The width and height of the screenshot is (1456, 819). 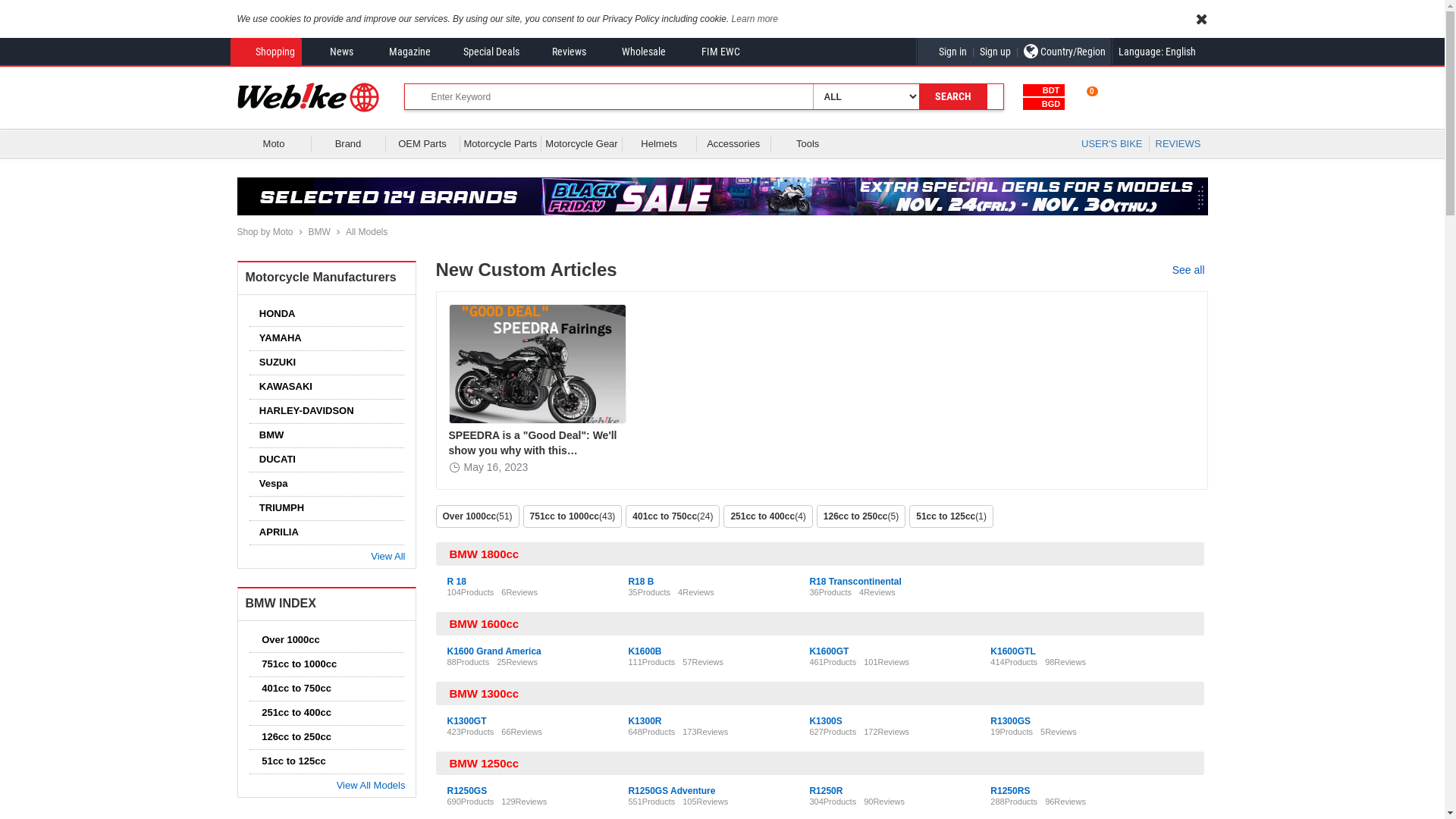 What do you see at coordinates (640, 581) in the screenshot?
I see `'R18 B'` at bounding box center [640, 581].